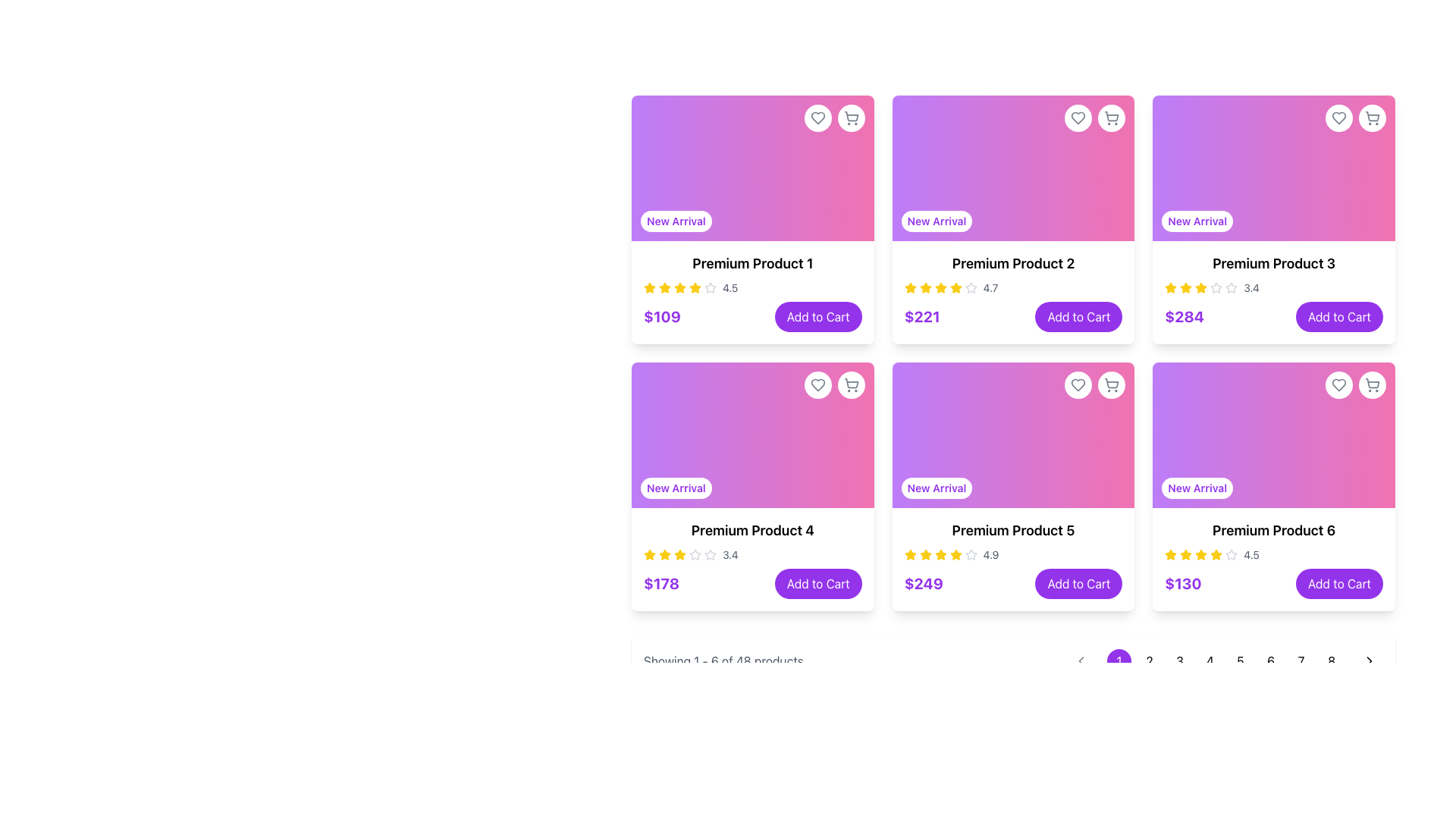  I want to click on the filled yellow star icon, which is the third star in a sequence of five stars indicating a rating of '4.5' for 'Premium Product 6', so click(1185, 555).